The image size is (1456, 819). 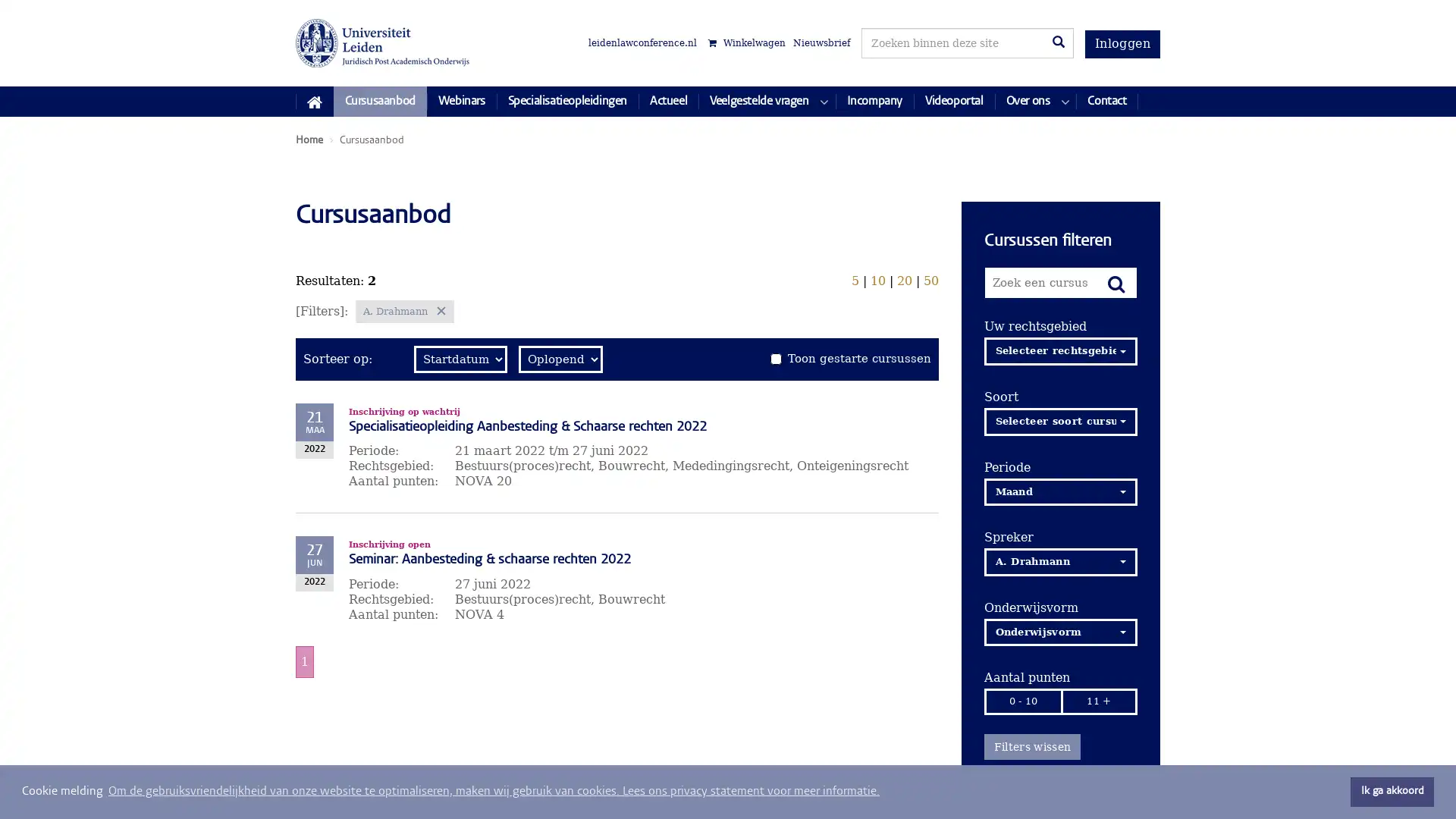 What do you see at coordinates (1059, 632) in the screenshot?
I see `Onderwijsvorm` at bounding box center [1059, 632].